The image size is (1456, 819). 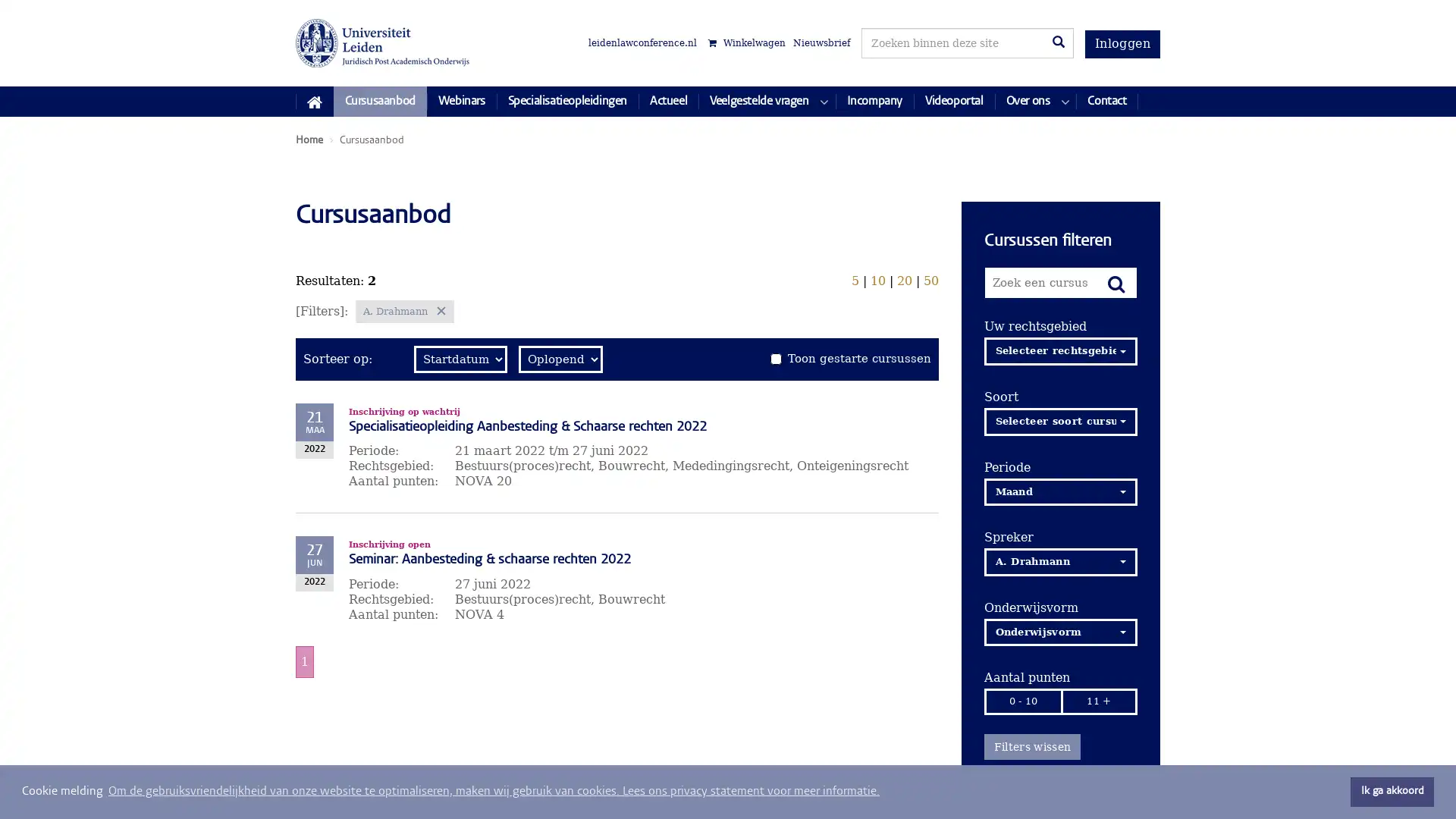 What do you see at coordinates (1059, 632) in the screenshot?
I see `Onderwijsvorm` at bounding box center [1059, 632].